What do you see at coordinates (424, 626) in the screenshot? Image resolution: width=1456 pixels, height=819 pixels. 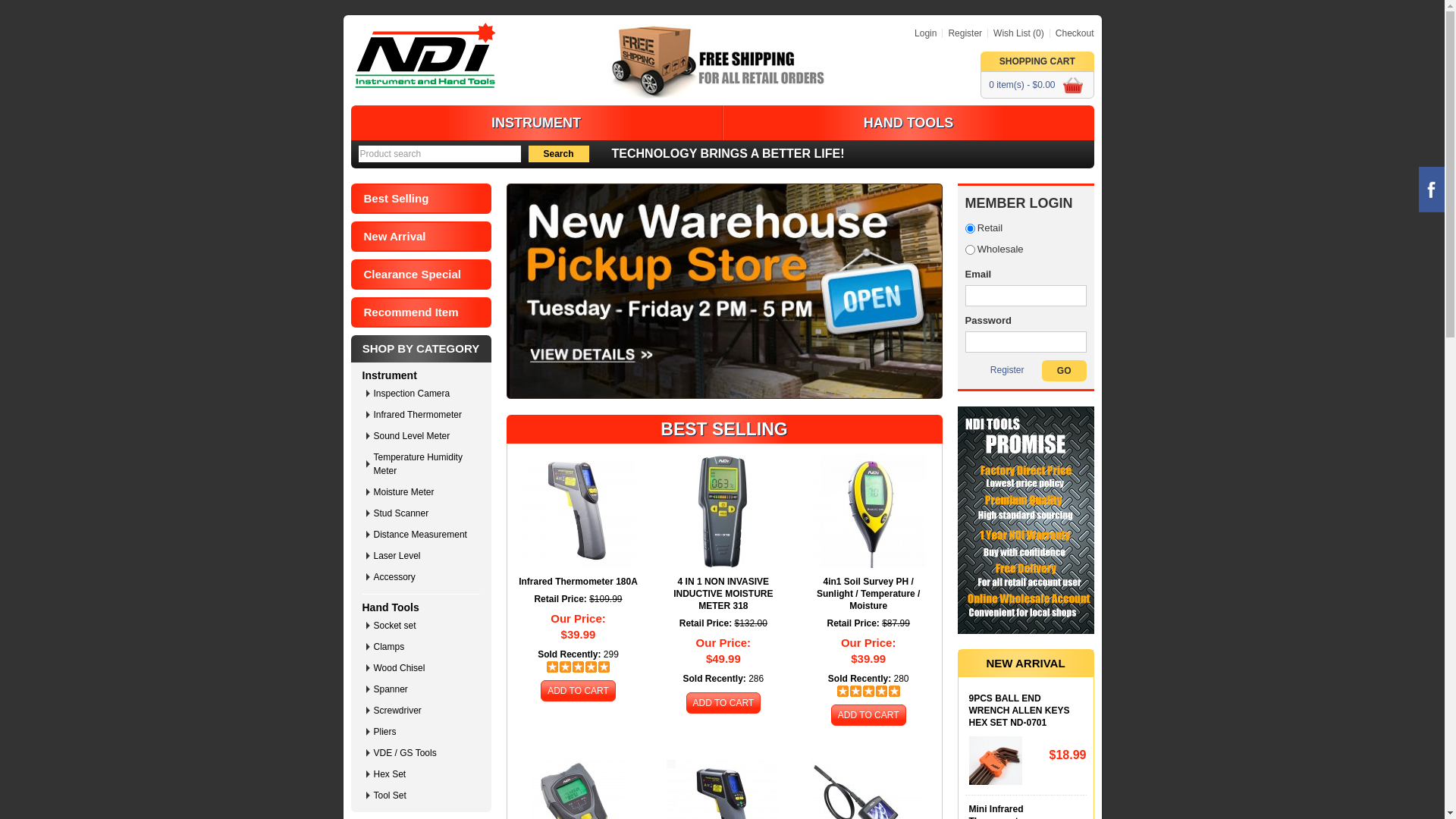 I see `'Socket set'` at bounding box center [424, 626].